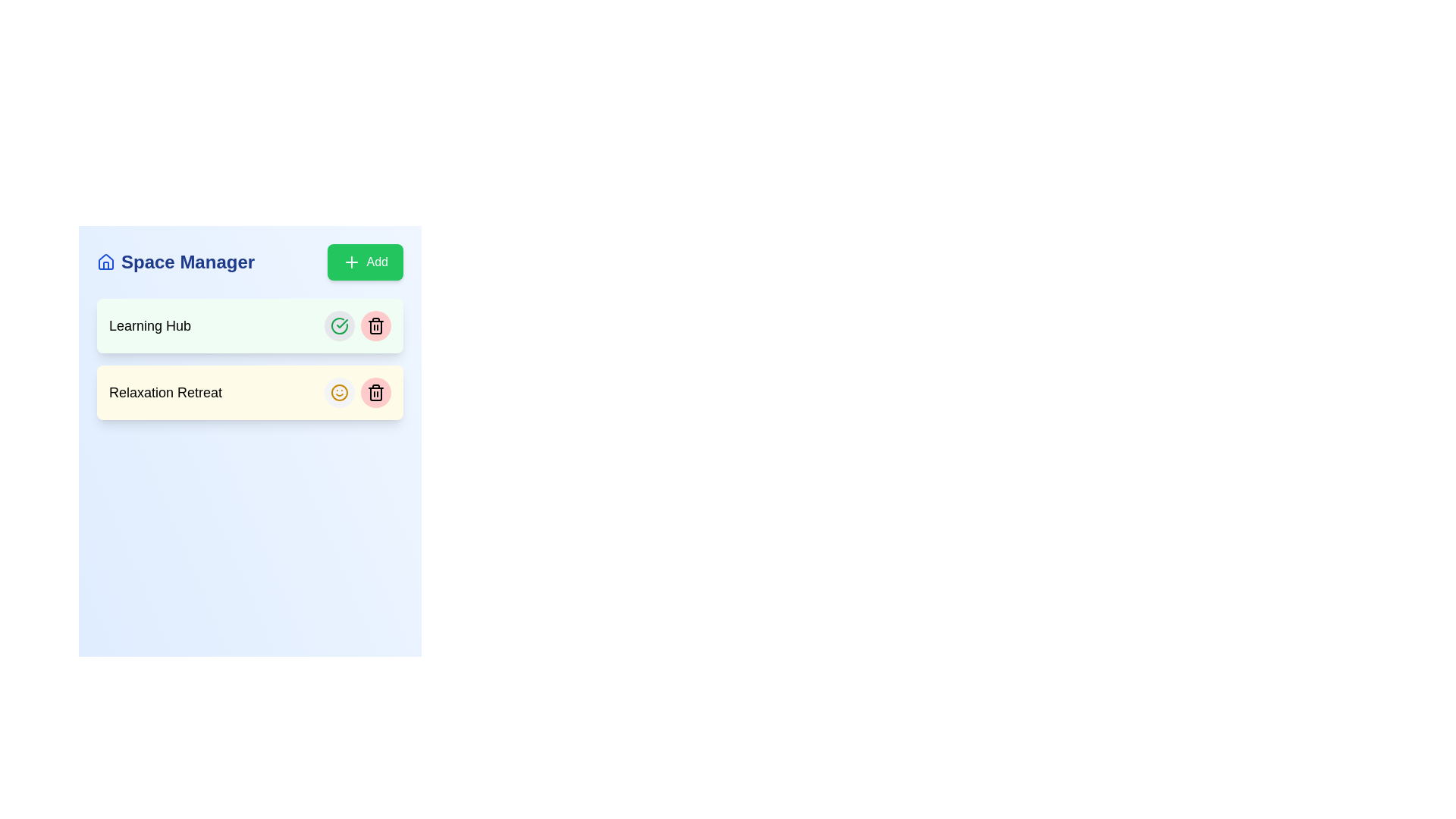 This screenshot has height=819, width=1456. I want to click on the 'Space Manager' header with the house icon, so click(176, 262).